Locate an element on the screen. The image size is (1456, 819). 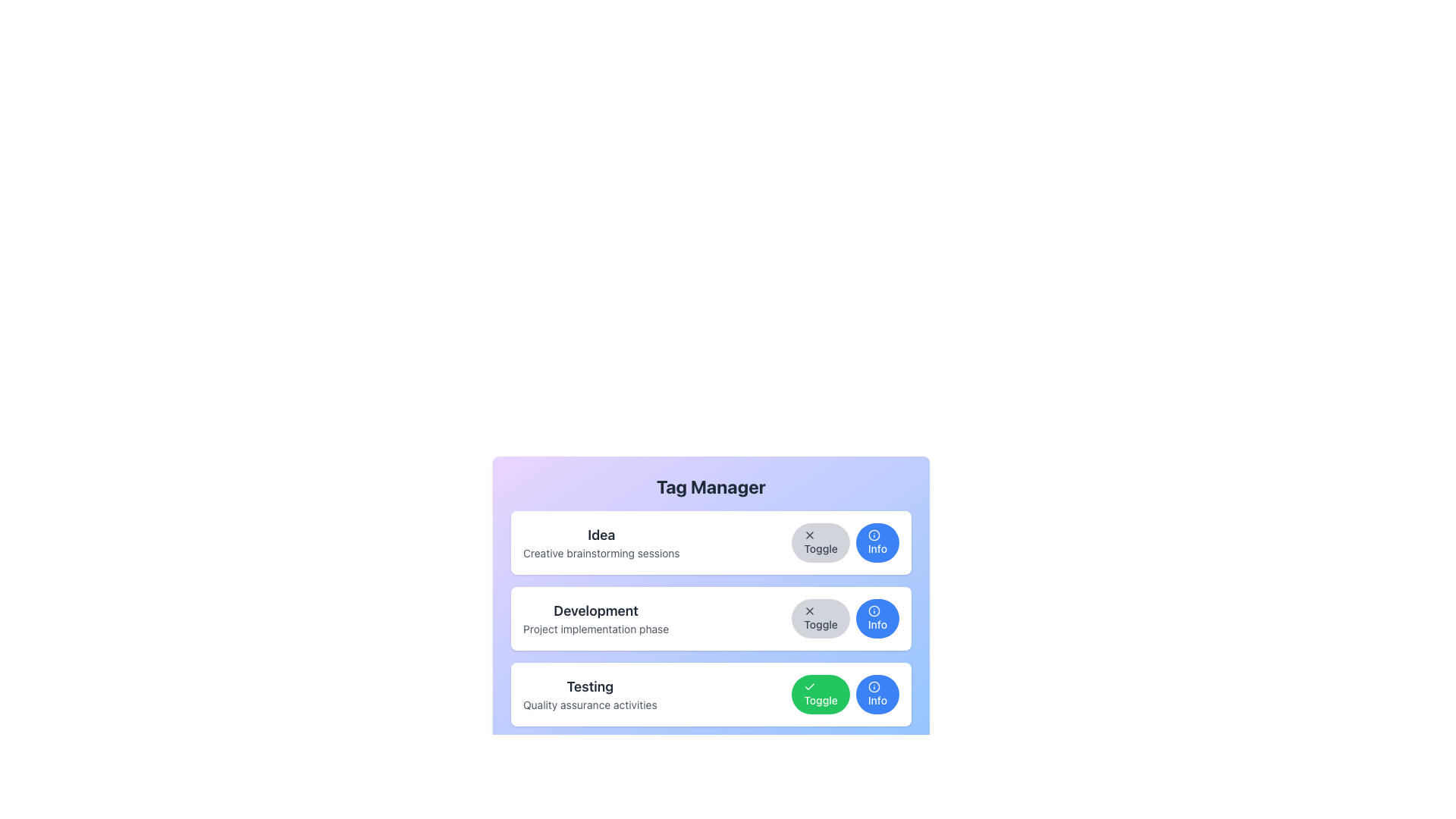
the circular blue button labeled 'Info' with a white 'i' icon is located at coordinates (877, 542).